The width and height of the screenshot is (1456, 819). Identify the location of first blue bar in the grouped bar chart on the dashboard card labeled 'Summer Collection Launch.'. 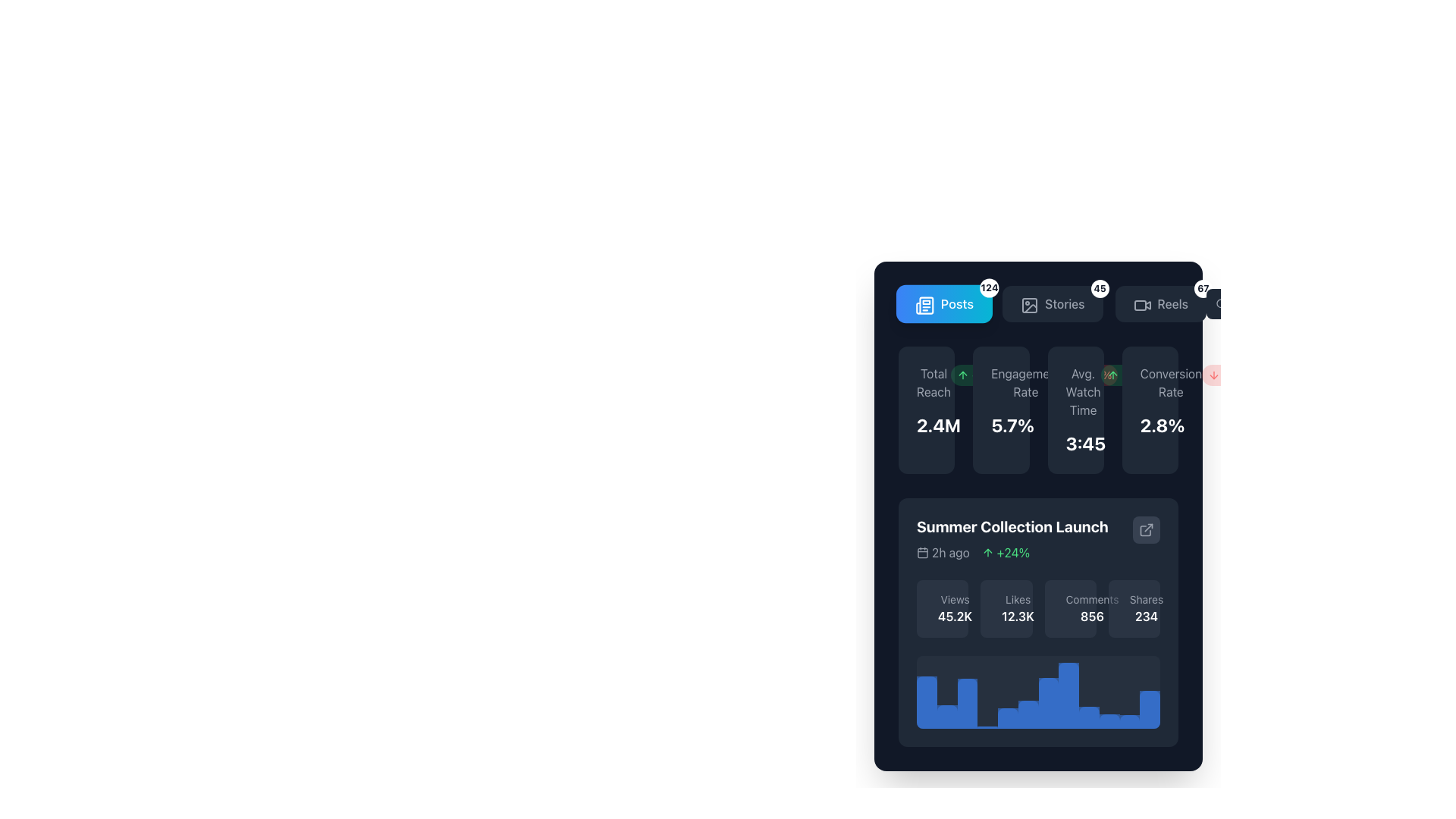
(926, 702).